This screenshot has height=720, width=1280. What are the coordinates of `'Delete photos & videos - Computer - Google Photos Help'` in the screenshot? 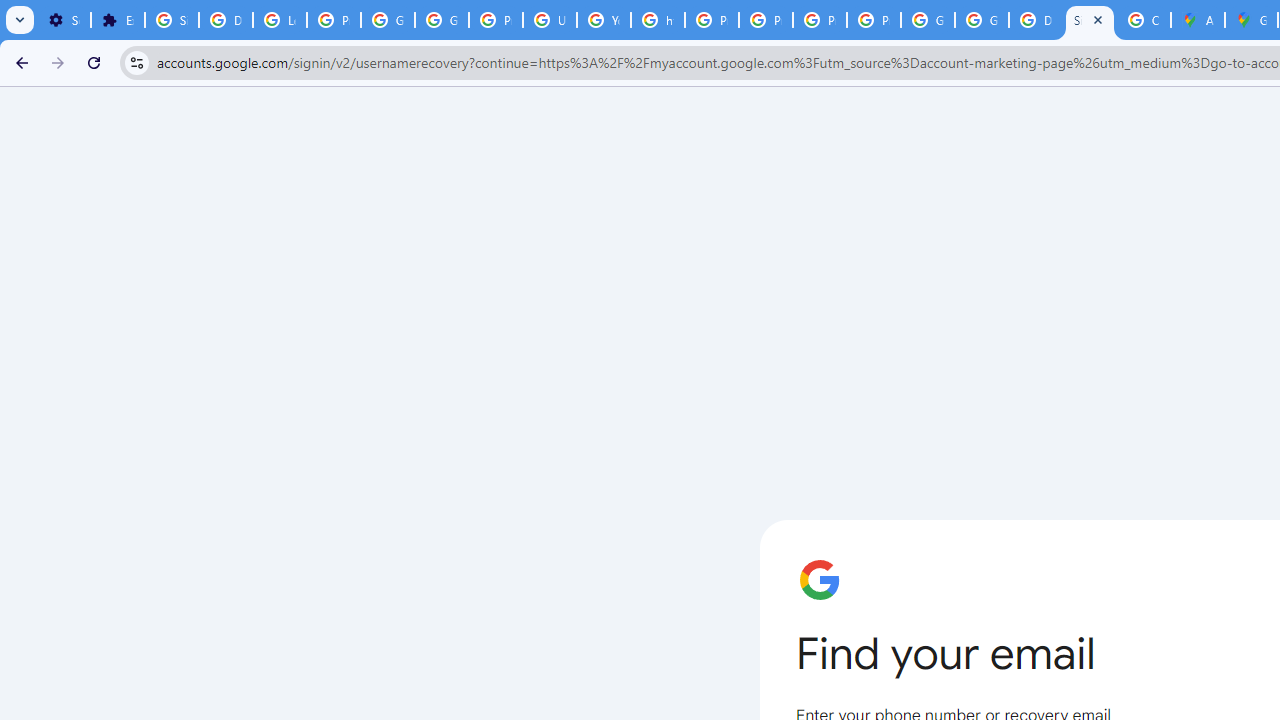 It's located at (225, 20).